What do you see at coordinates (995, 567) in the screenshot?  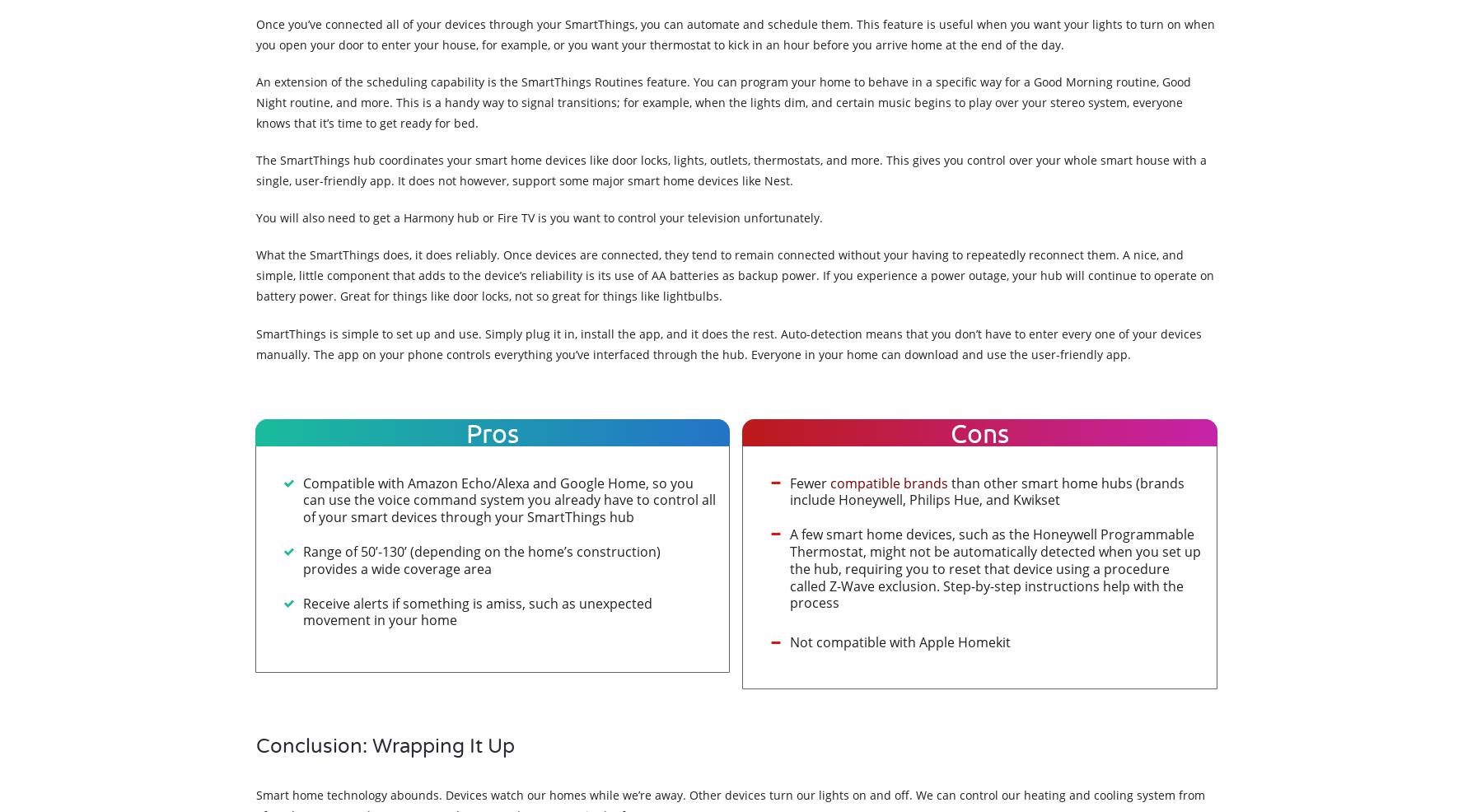 I see `'A few smart home devices, such as the Honeywell Programmable Thermostat, might not be automatically detected when you set up the hub, requiring you to reset that device using a procedure called Z-Wave exclusion. Step-by-step instructions help with the process'` at bounding box center [995, 567].